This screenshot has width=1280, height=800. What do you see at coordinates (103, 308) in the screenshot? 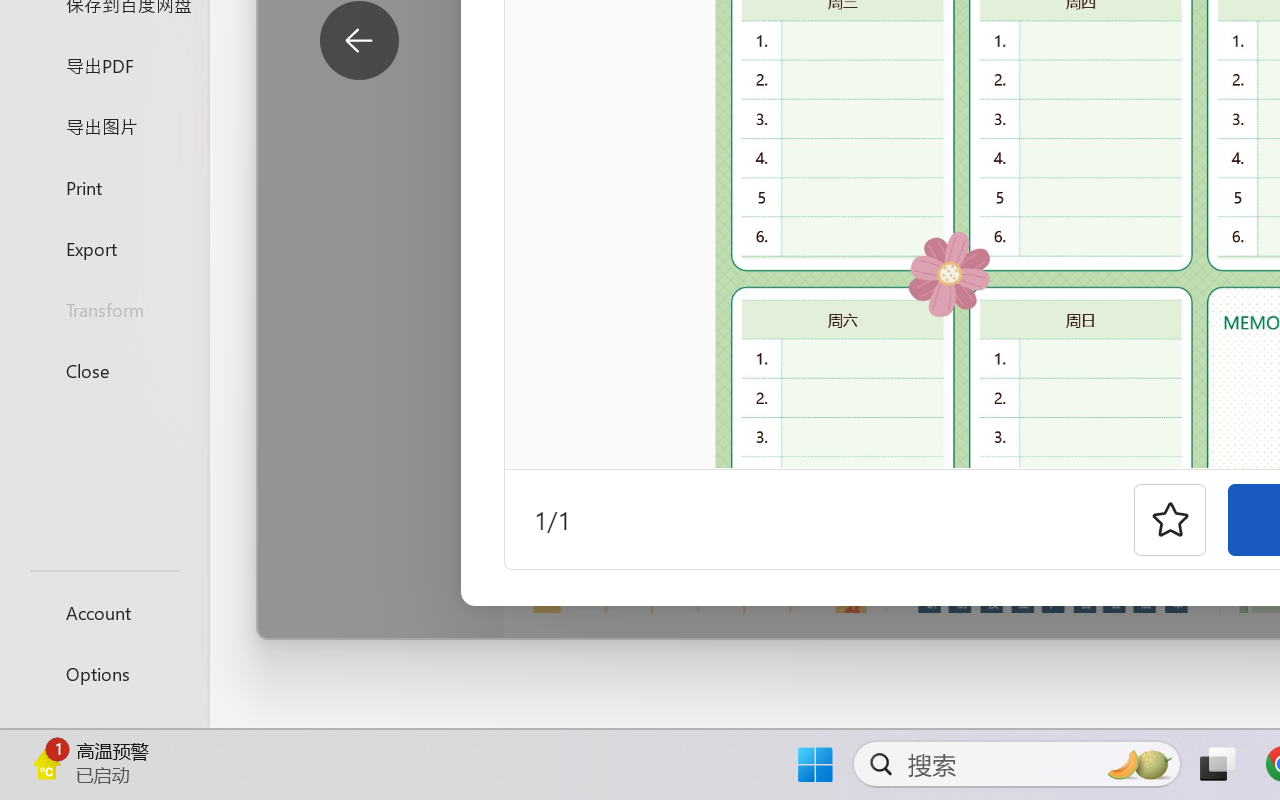
I see `'Transform'` at bounding box center [103, 308].